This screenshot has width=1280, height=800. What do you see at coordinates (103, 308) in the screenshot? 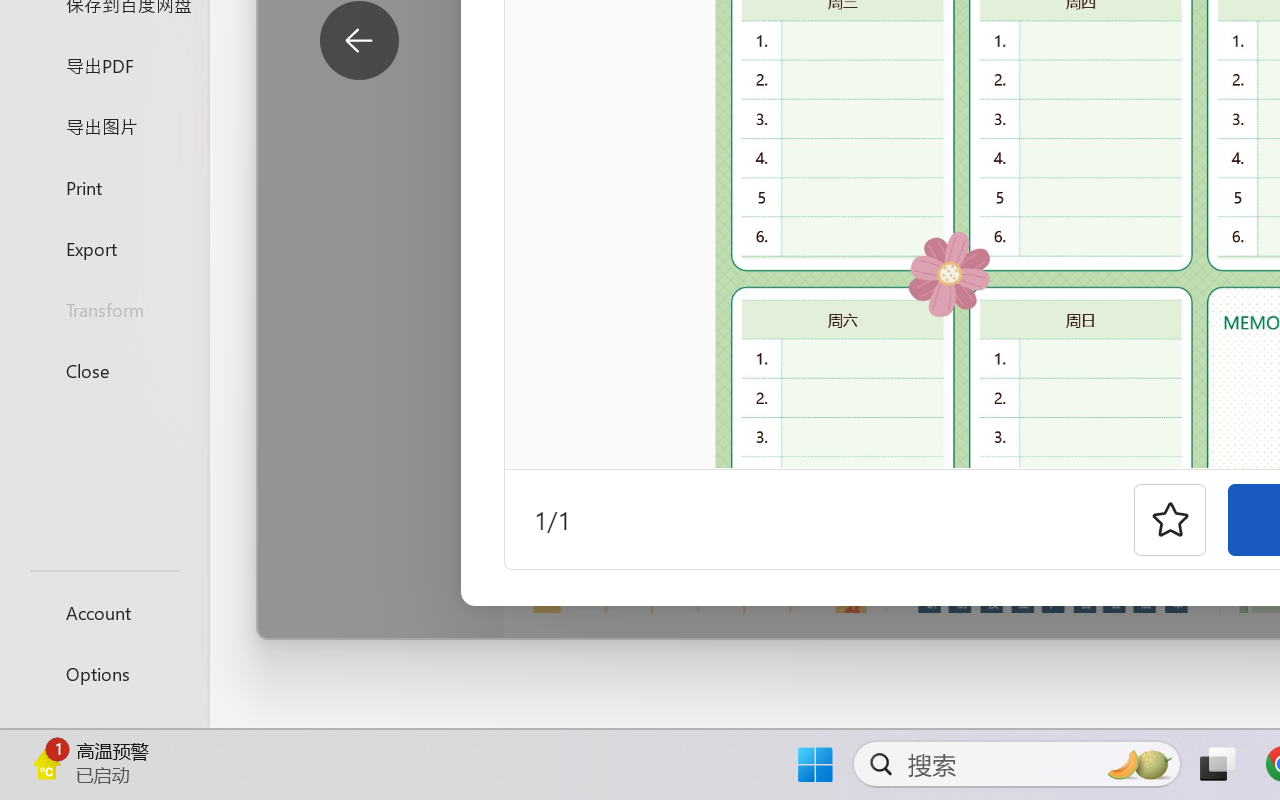
I see `'Transform'` at bounding box center [103, 308].